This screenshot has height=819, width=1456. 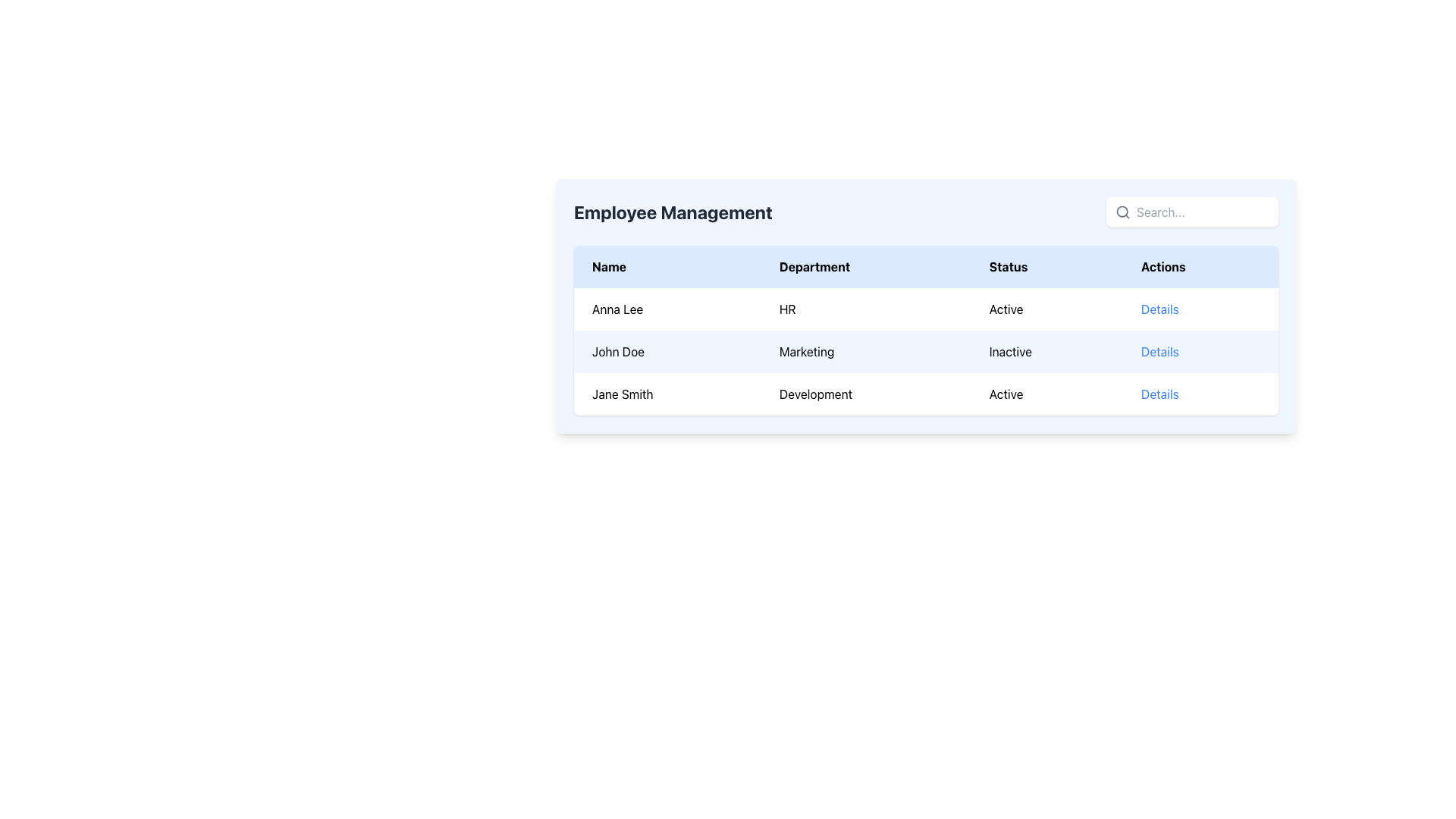 What do you see at coordinates (1159, 351) in the screenshot?
I see `the blue, underlined text link labeled 'Details' located in the second row of the 'Actions' column, next to the 'Inactive' status for 'John Doe'` at bounding box center [1159, 351].